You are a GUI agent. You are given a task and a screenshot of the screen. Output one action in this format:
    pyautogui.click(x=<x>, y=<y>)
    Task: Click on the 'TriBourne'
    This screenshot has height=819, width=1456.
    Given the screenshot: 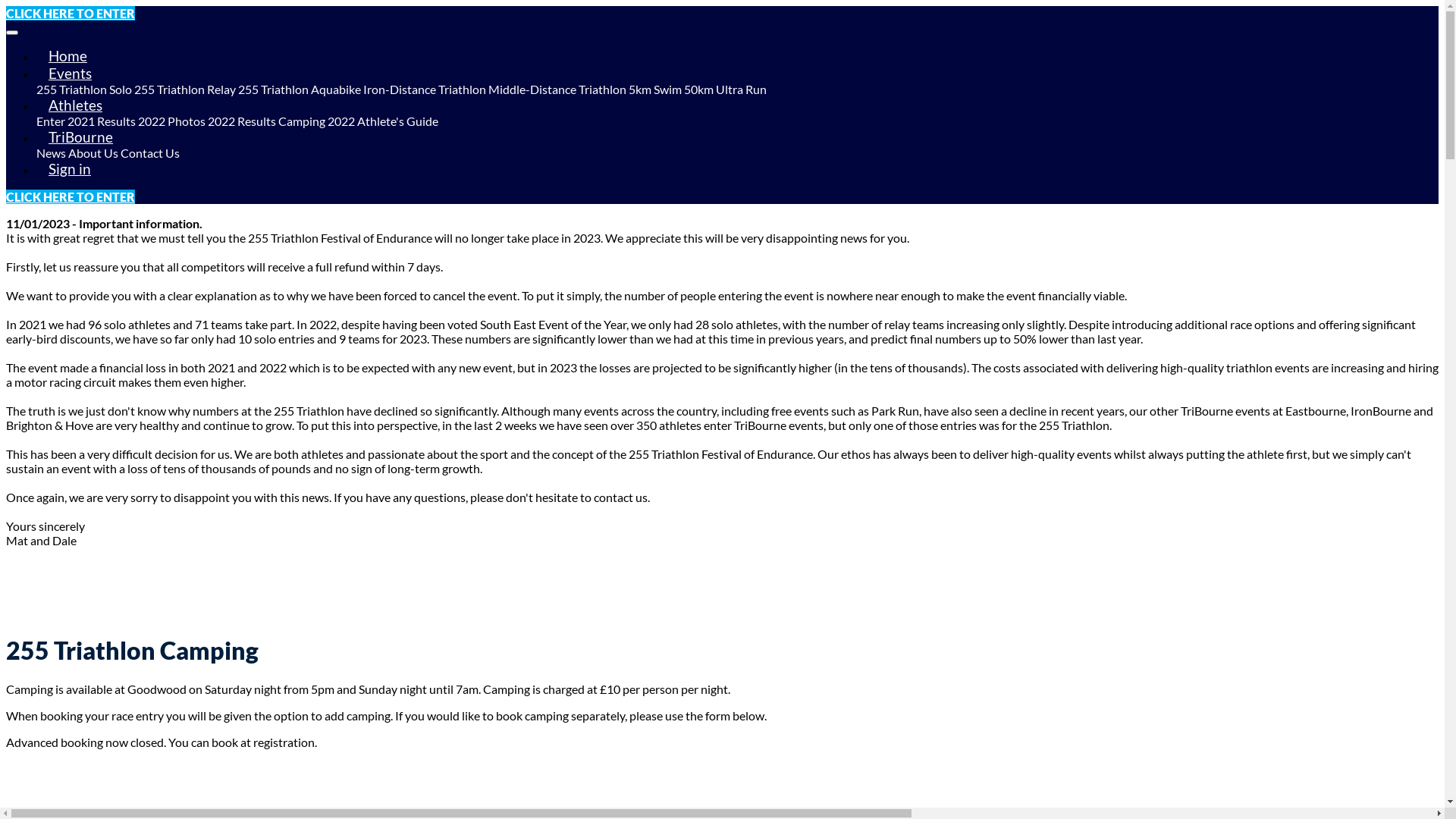 What is the action you would take?
    pyautogui.click(x=80, y=136)
    